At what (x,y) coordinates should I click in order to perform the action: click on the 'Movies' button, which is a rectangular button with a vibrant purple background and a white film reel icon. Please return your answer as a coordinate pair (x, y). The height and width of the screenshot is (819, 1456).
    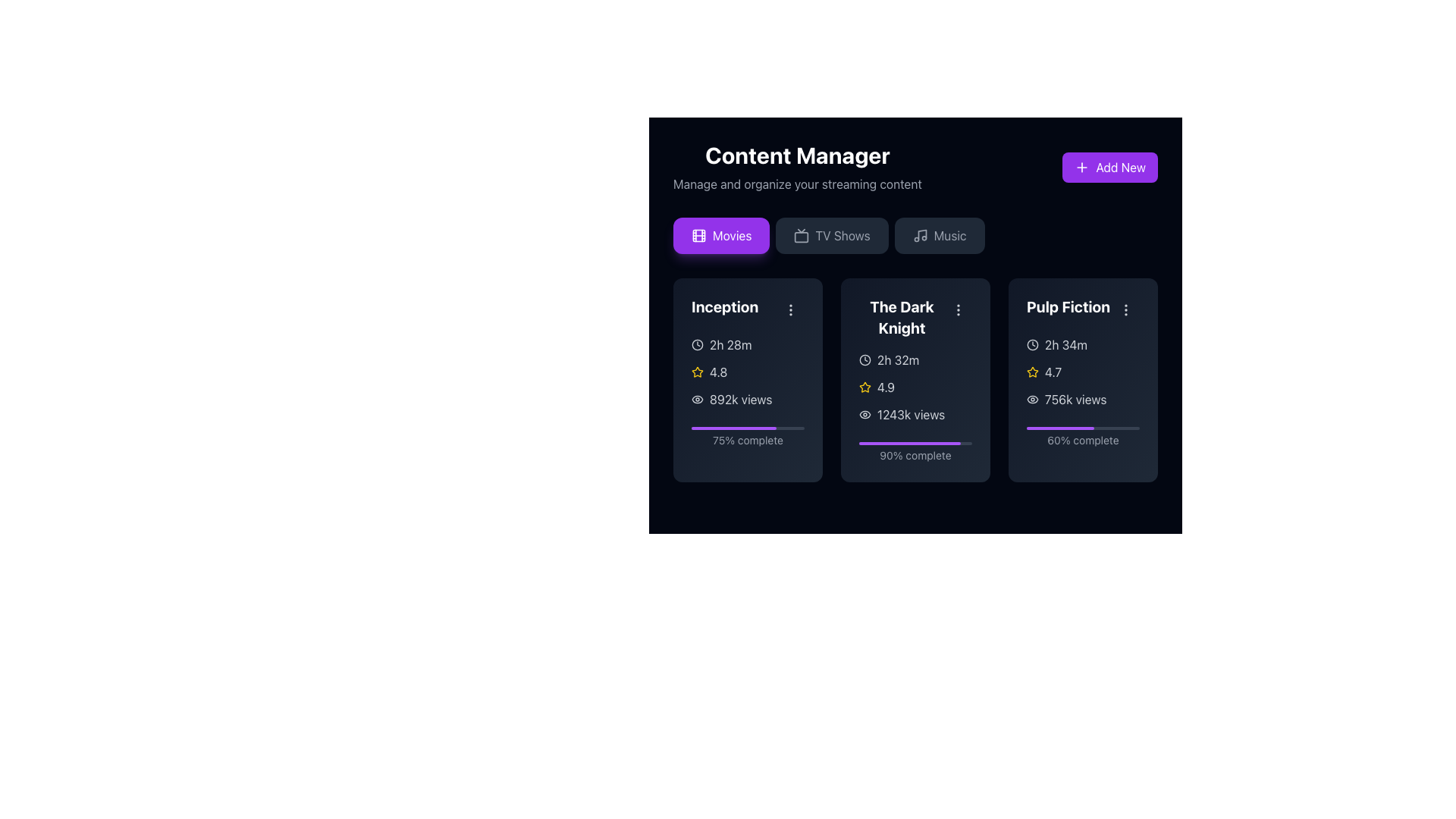
    Looking at the image, I should click on (720, 236).